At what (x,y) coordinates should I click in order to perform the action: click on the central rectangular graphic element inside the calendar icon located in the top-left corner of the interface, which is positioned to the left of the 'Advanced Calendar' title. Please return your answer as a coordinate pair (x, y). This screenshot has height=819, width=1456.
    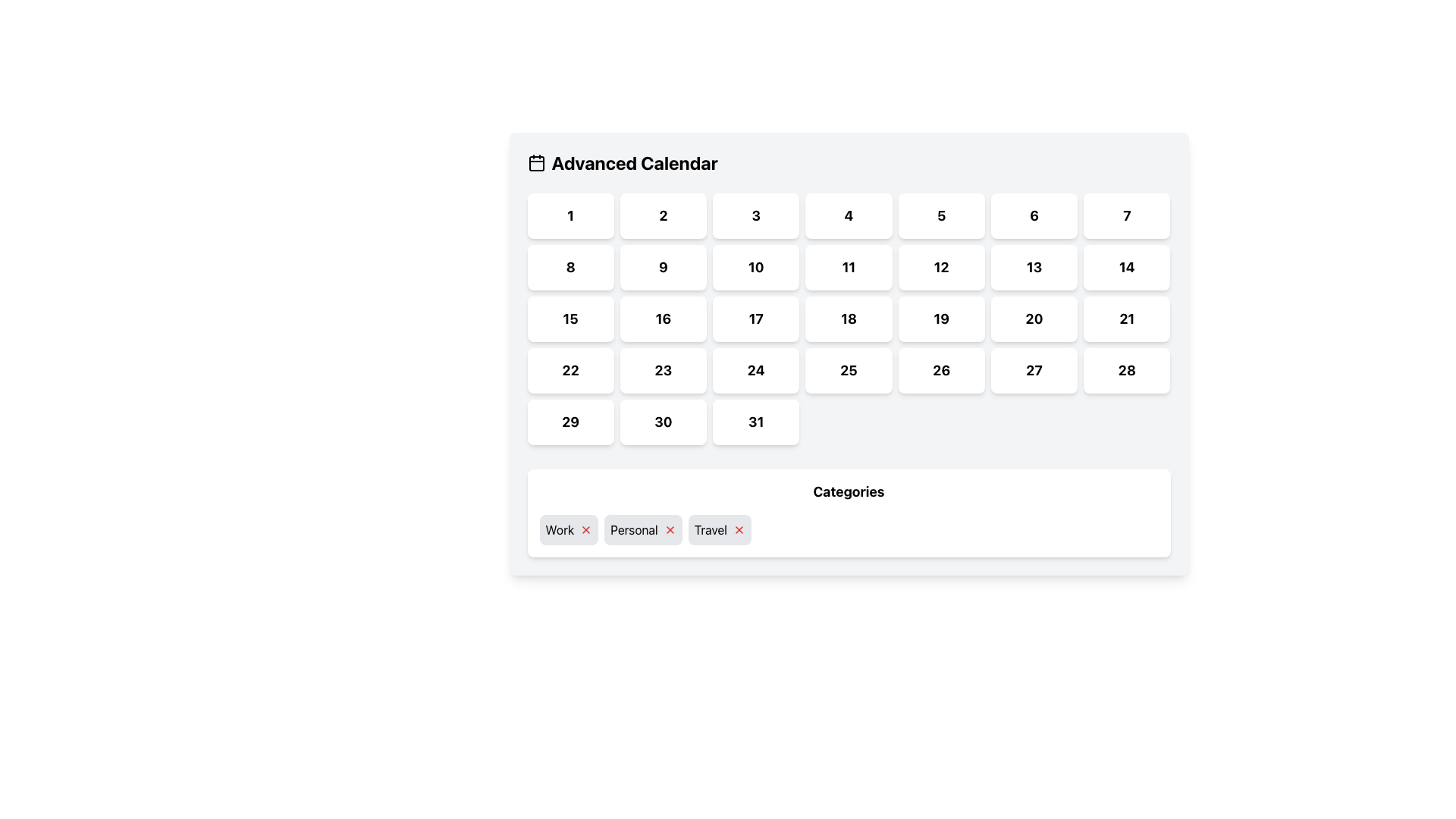
    Looking at the image, I should click on (536, 164).